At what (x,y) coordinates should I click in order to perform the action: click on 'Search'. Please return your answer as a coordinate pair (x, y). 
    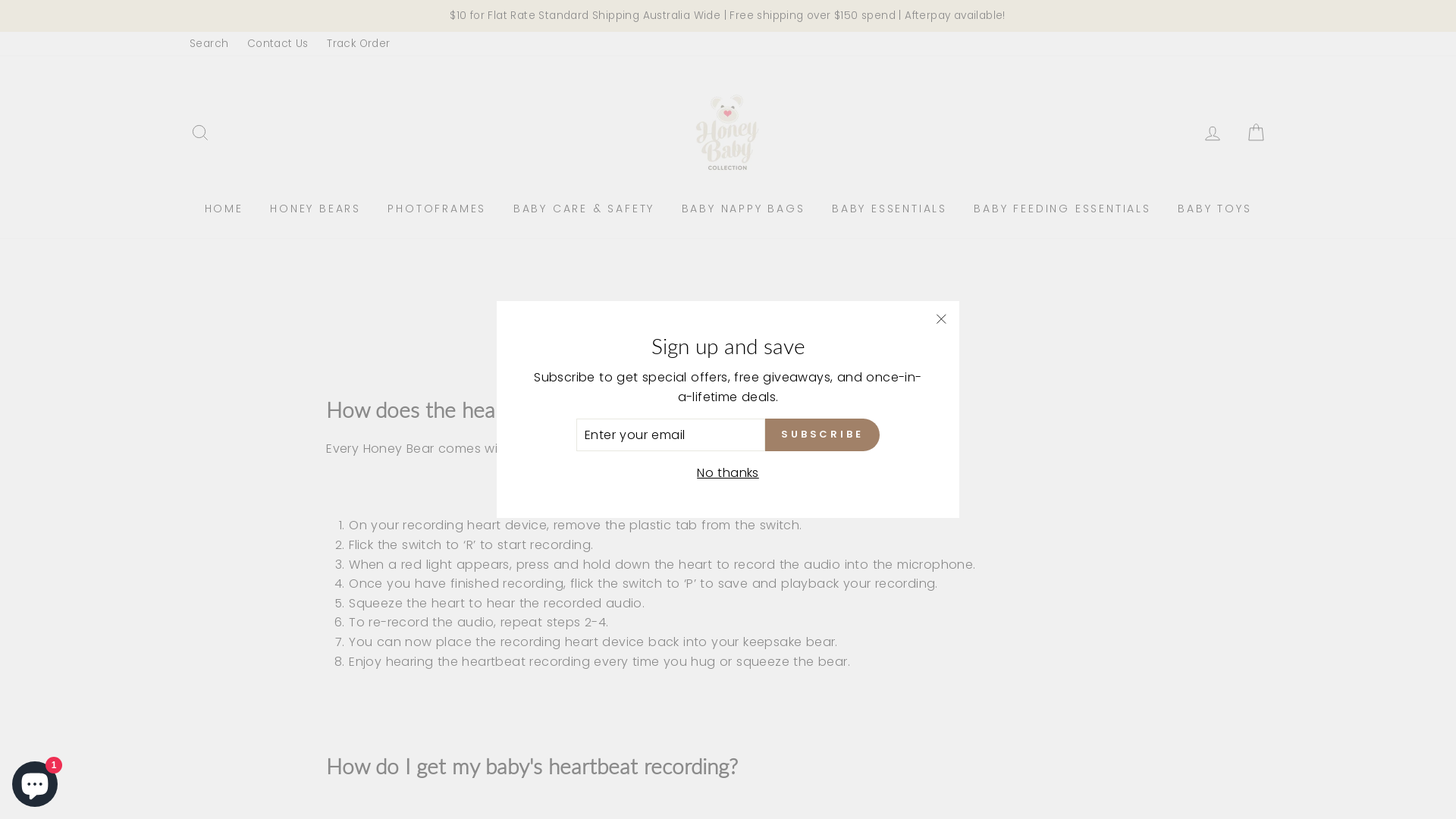
    Looking at the image, I should click on (208, 42).